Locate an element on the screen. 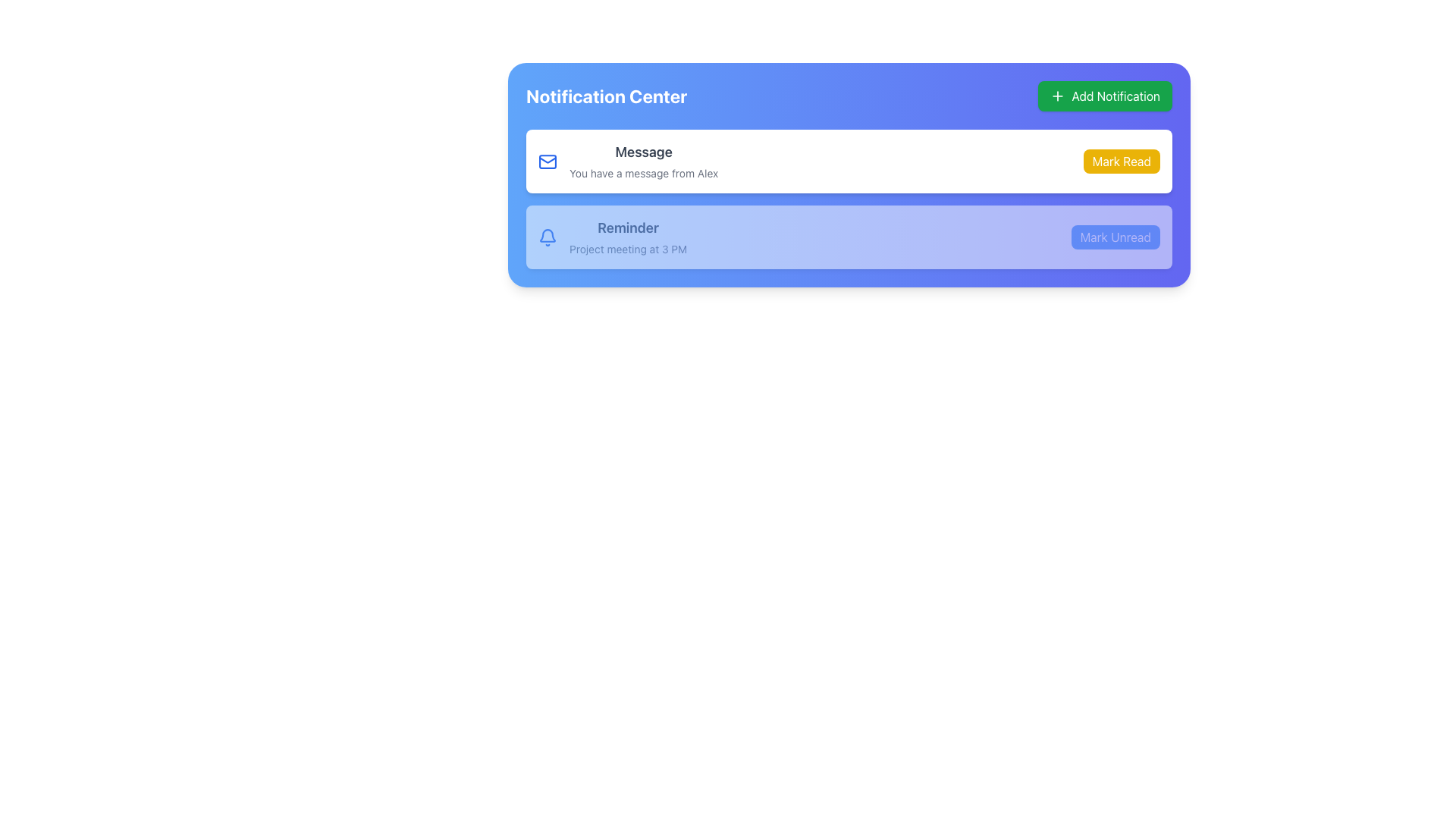 The image size is (1456, 819). the static text element that conveys information about a scheduled project meeting at 3 PM, located within a light blue notification card beneath a bold 'Reminder' label is located at coordinates (628, 248).